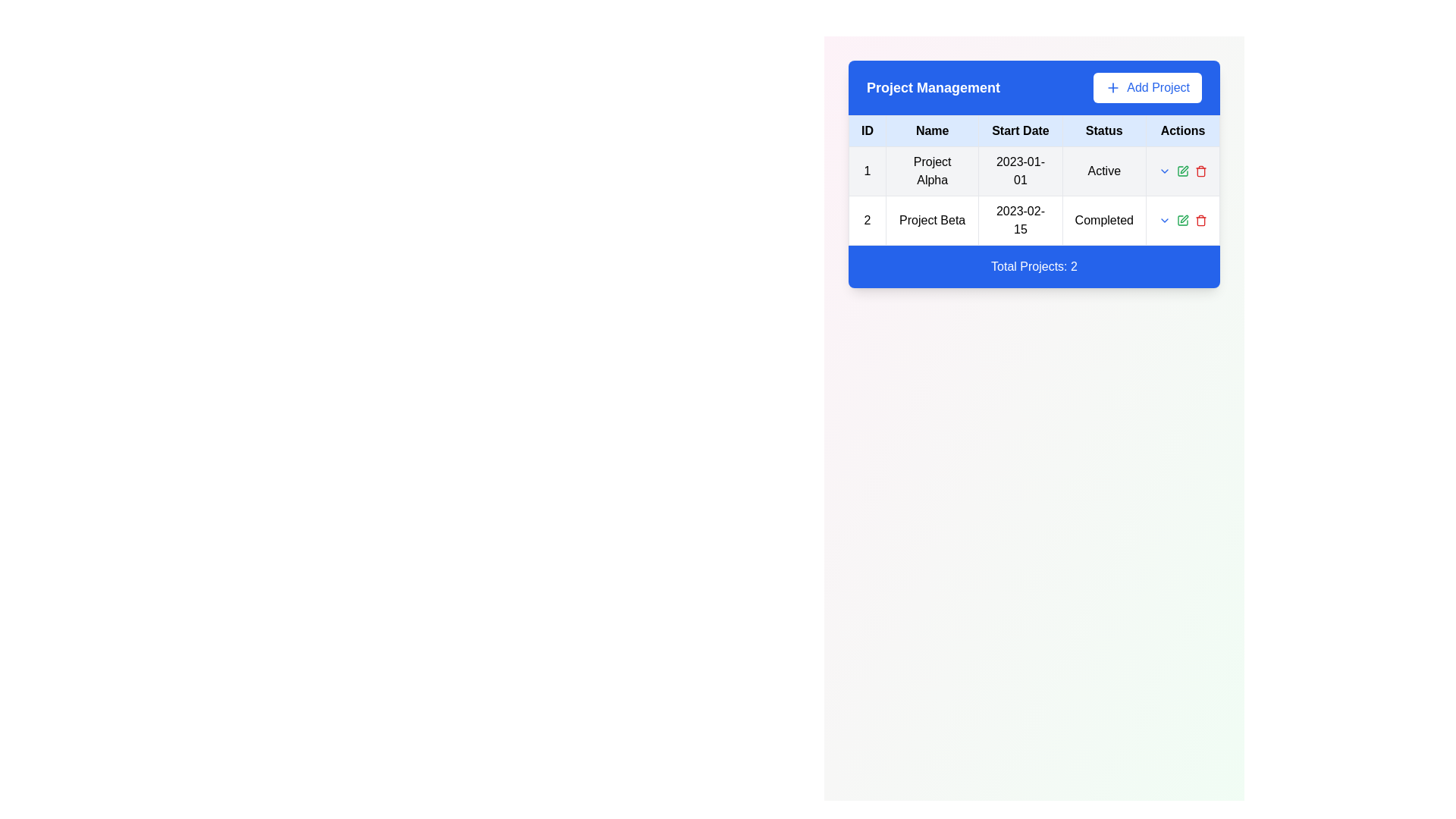 The image size is (1456, 819). Describe the element at coordinates (1104, 220) in the screenshot. I see `'Completed' status label located in the 'Status' column of the second row for the project 'Project Beta.'` at that location.